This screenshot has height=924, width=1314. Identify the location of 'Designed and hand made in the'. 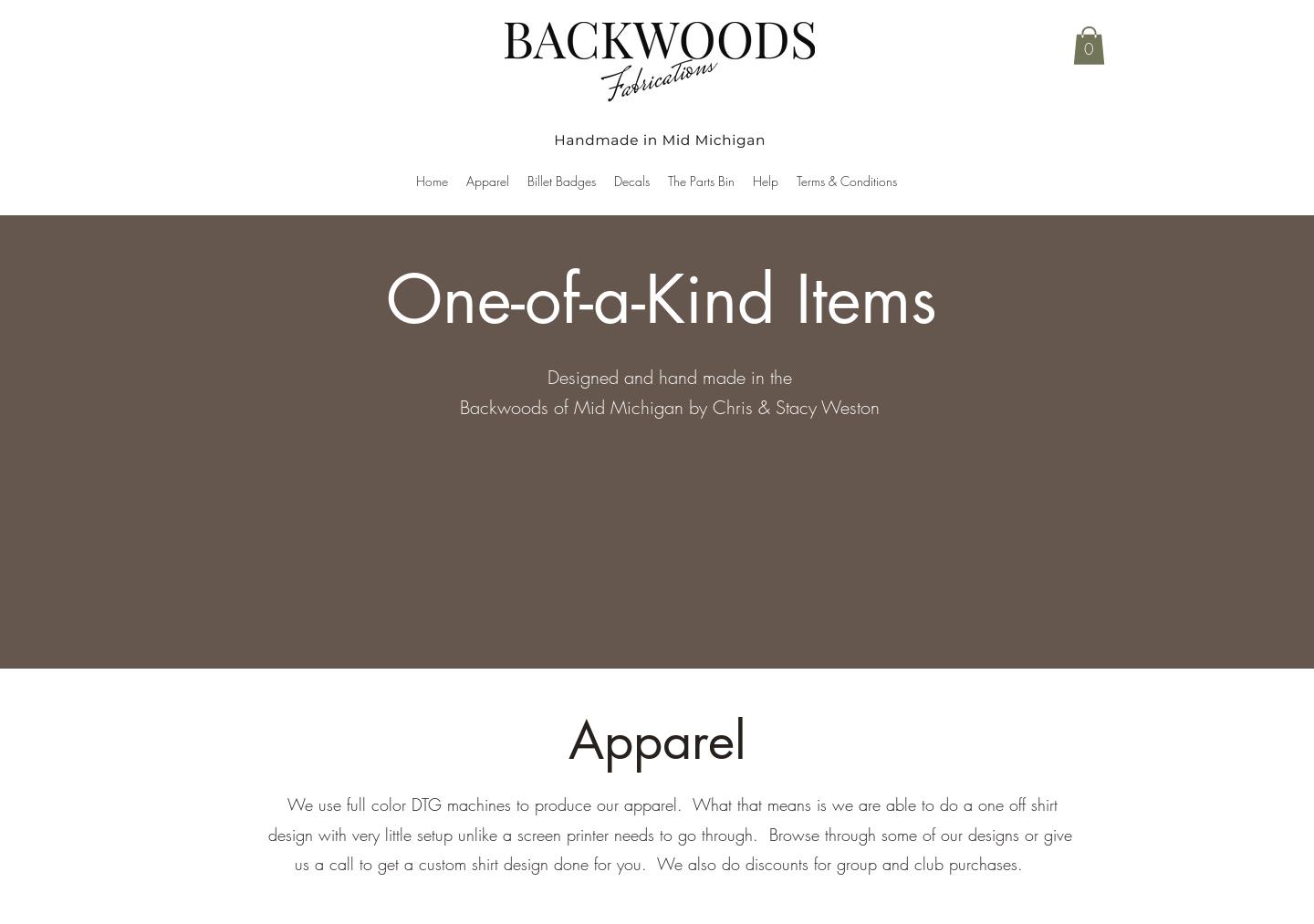
(667, 376).